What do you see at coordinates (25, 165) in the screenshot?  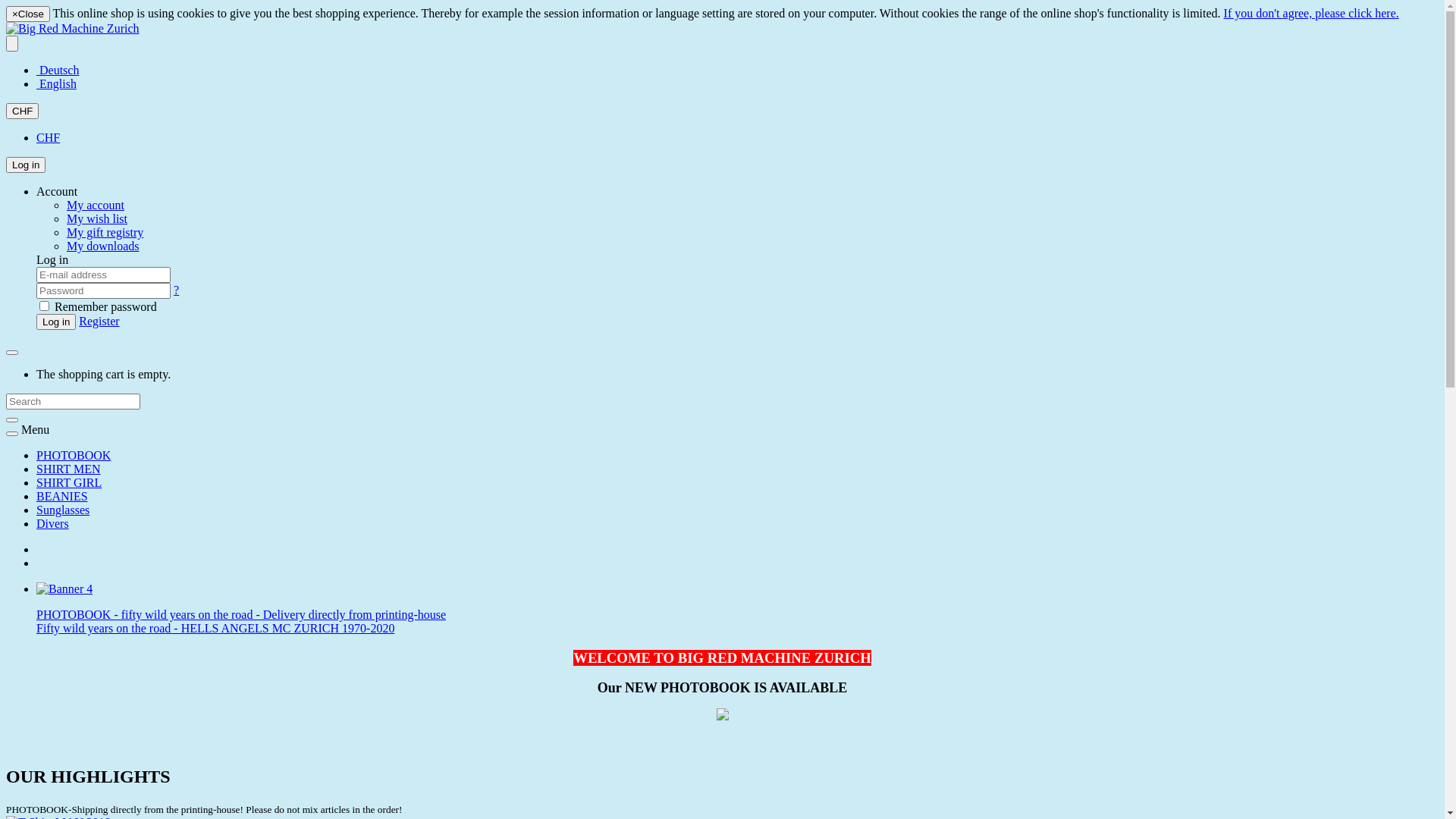 I see `'Log in'` at bounding box center [25, 165].